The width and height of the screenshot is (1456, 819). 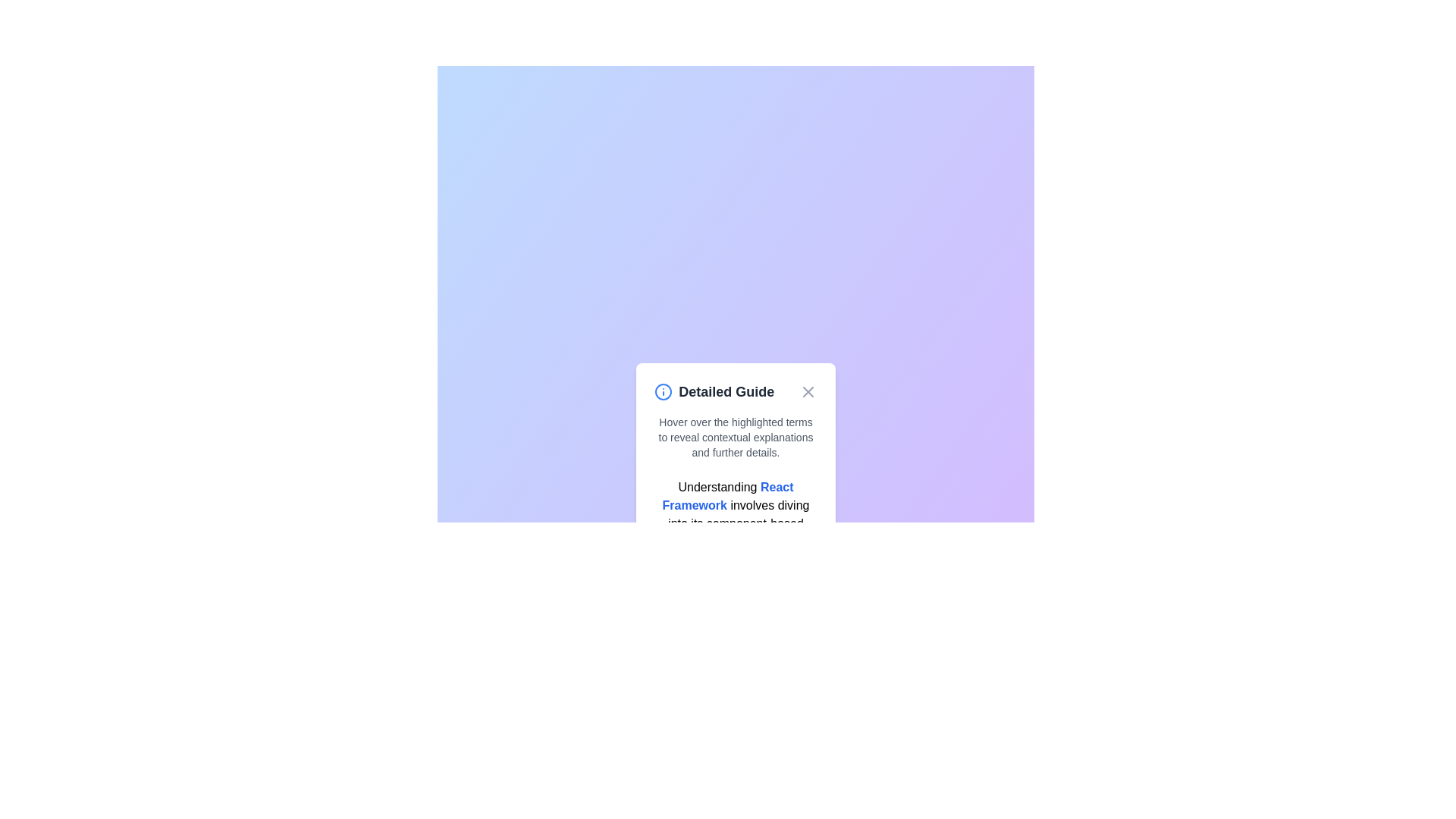 I want to click on the highlighted text 'React Framework' styled in bold blue font, which is part of the explanatory sentence in the modal titled 'Detailed Guide', so click(x=728, y=496).